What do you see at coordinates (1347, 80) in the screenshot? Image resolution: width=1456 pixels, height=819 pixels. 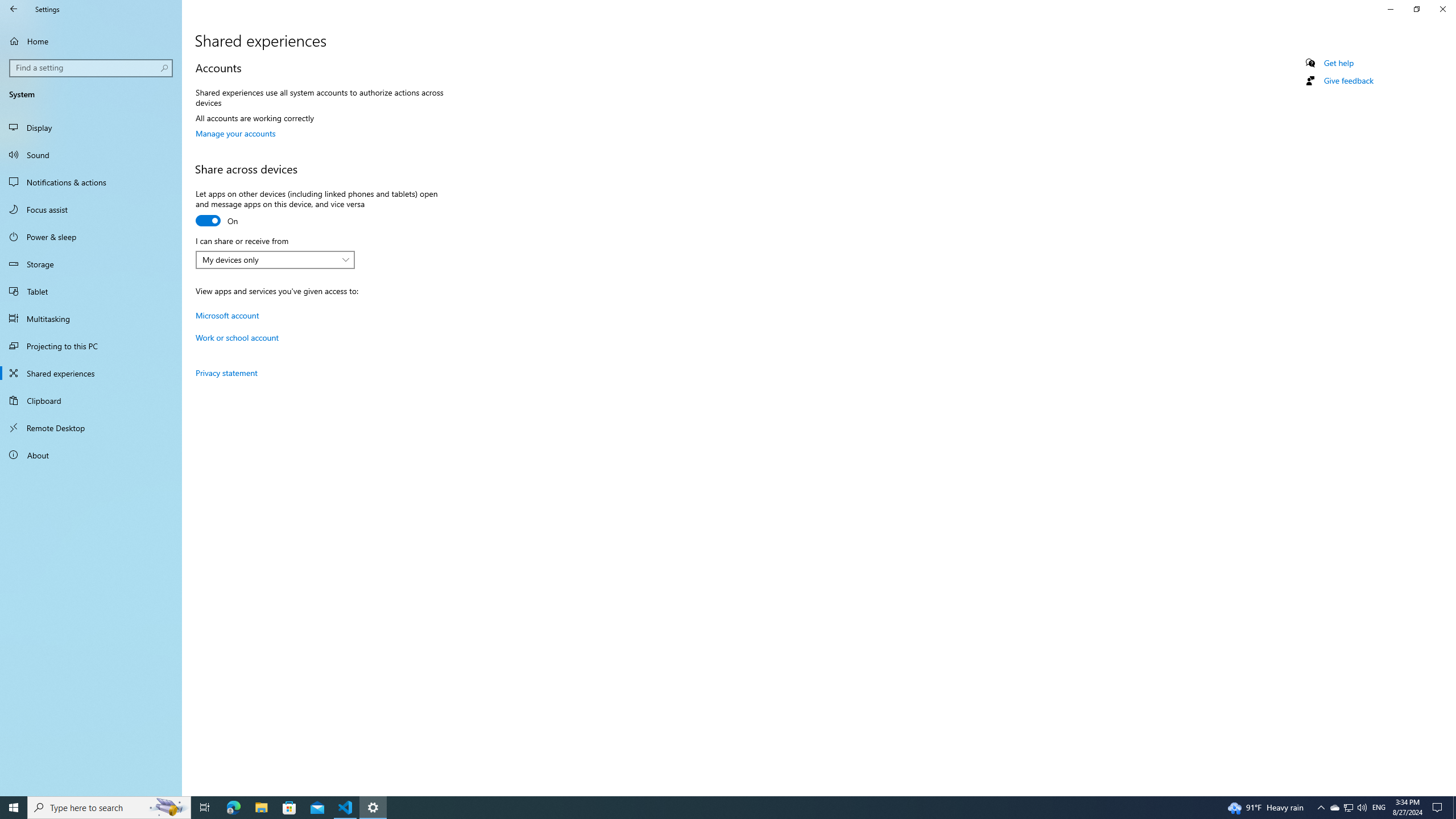 I see `'Give feedback'` at bounding box center [1347, 80].